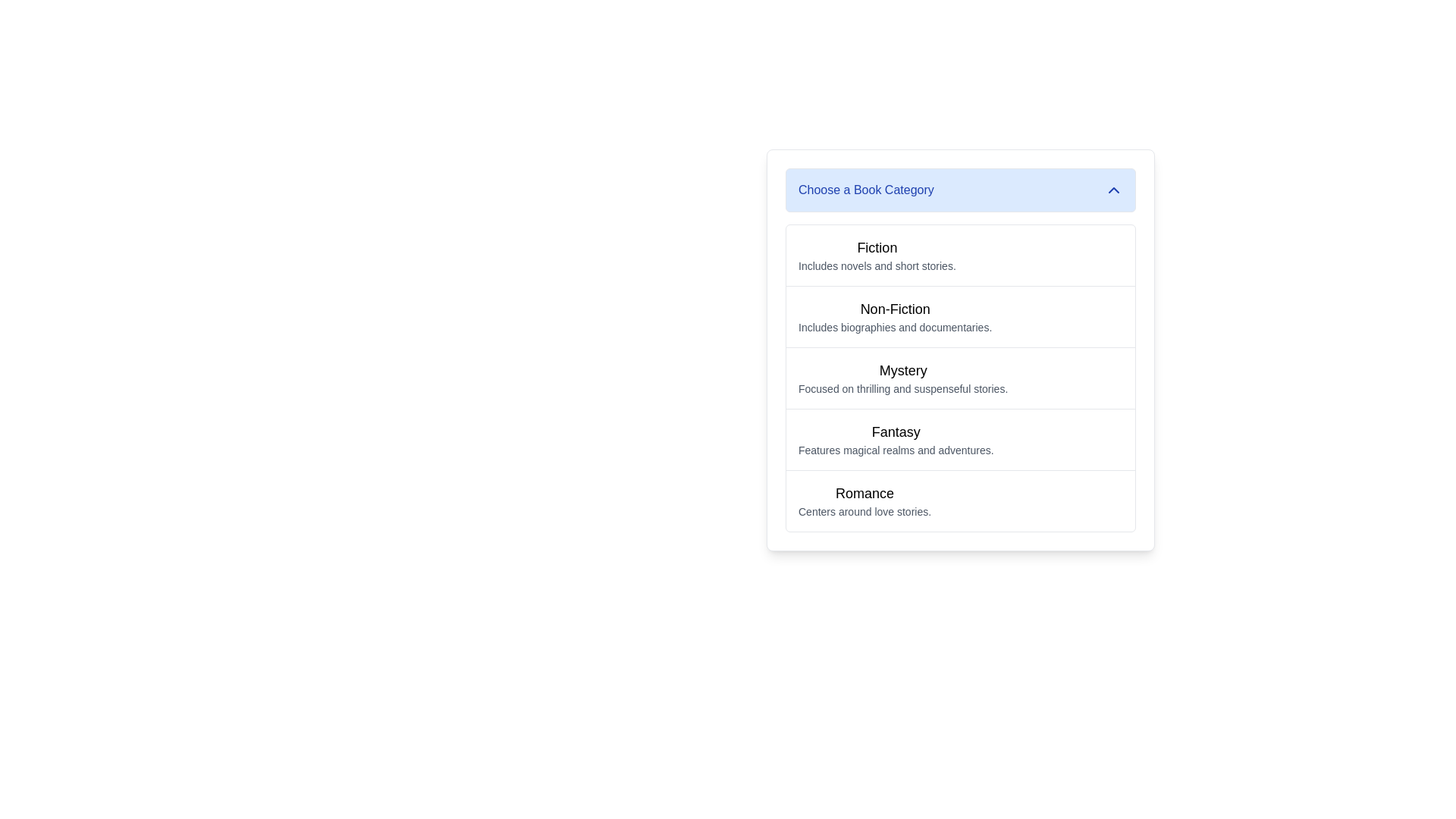  What do you see at coordinates (960, 500) in the screenshot?
I see `the selectable category item for 'Romance' in the list of book genres` at bounding box center [960, 500].